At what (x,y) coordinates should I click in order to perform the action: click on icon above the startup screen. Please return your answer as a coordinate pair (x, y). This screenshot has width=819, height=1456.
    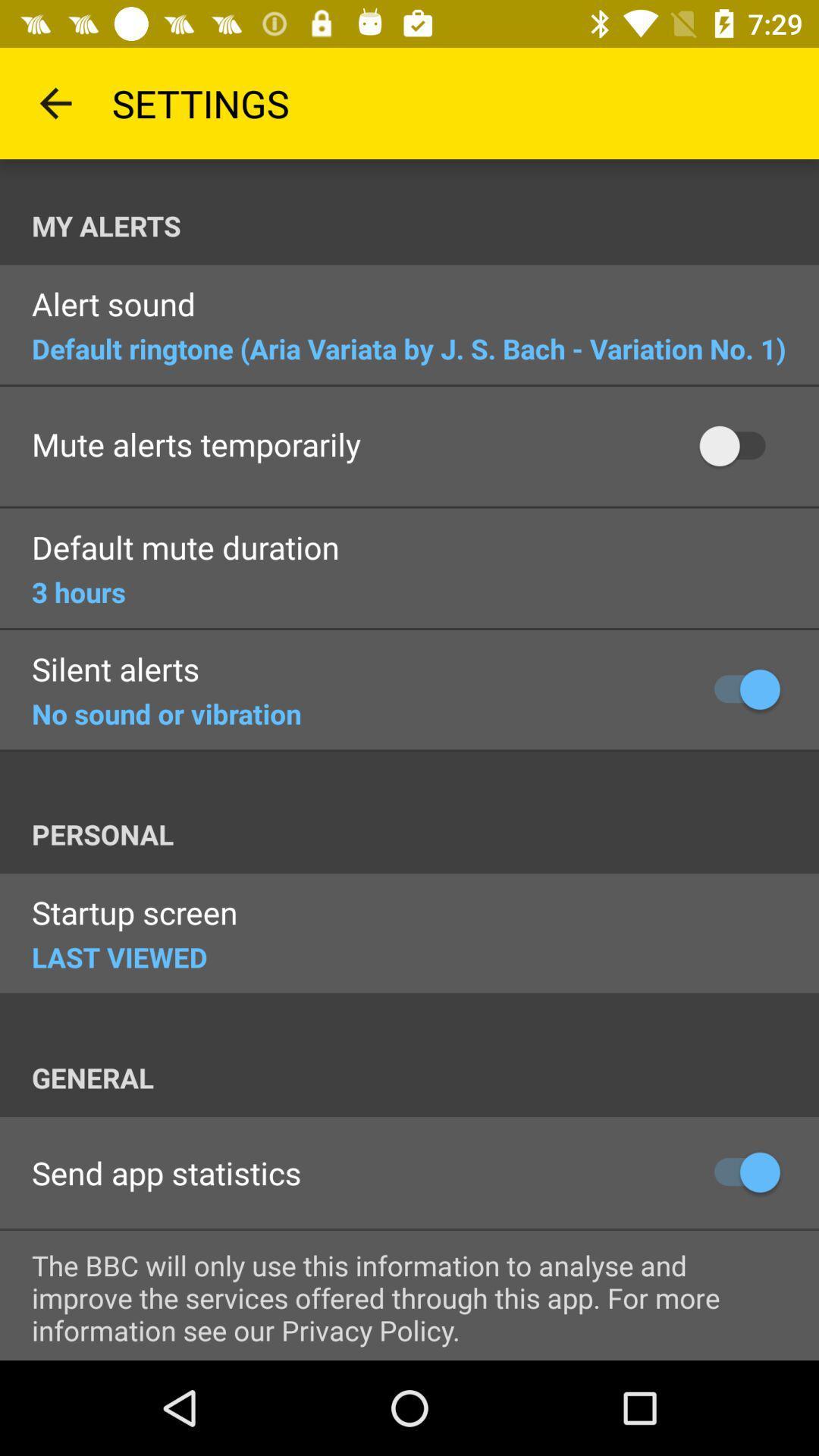
    Looking at the image, I should click on (425, 833).